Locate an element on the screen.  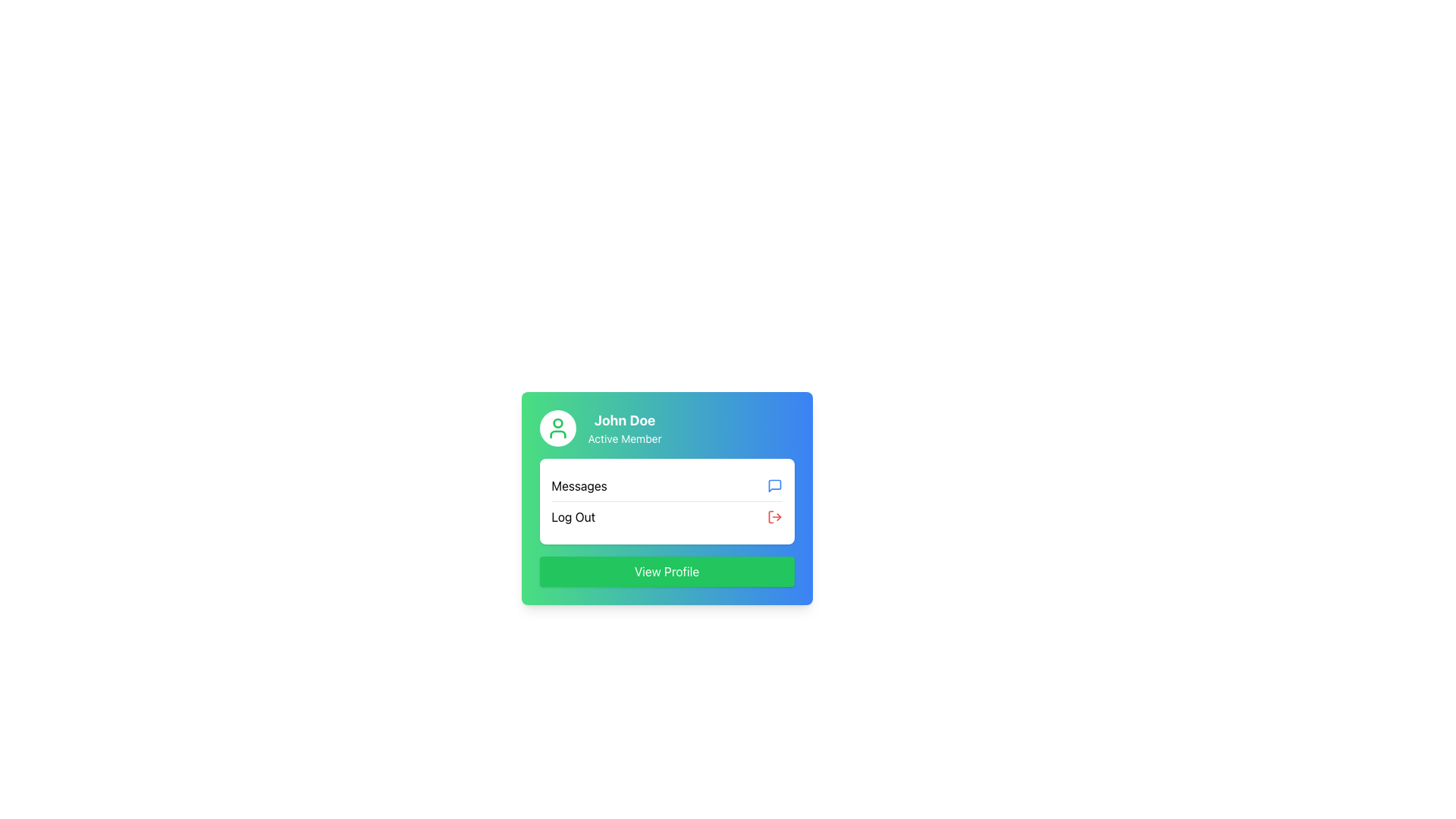
the small circular shape representing a user avatar in the top-center of the SVG icon is located at coordinates (557, 423).